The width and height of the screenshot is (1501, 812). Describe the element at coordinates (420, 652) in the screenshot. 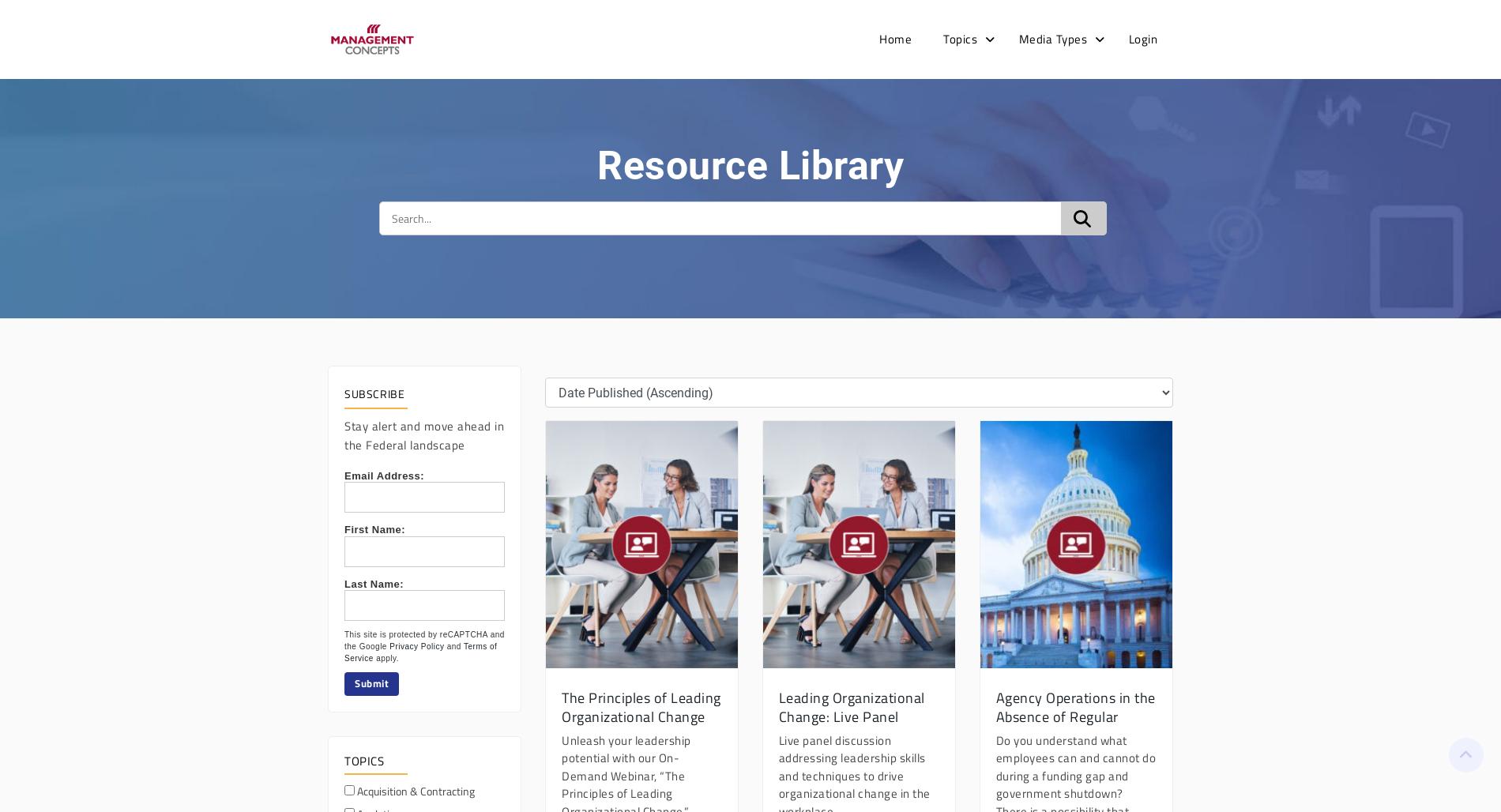

I see `'Terms of Service'` at that location.